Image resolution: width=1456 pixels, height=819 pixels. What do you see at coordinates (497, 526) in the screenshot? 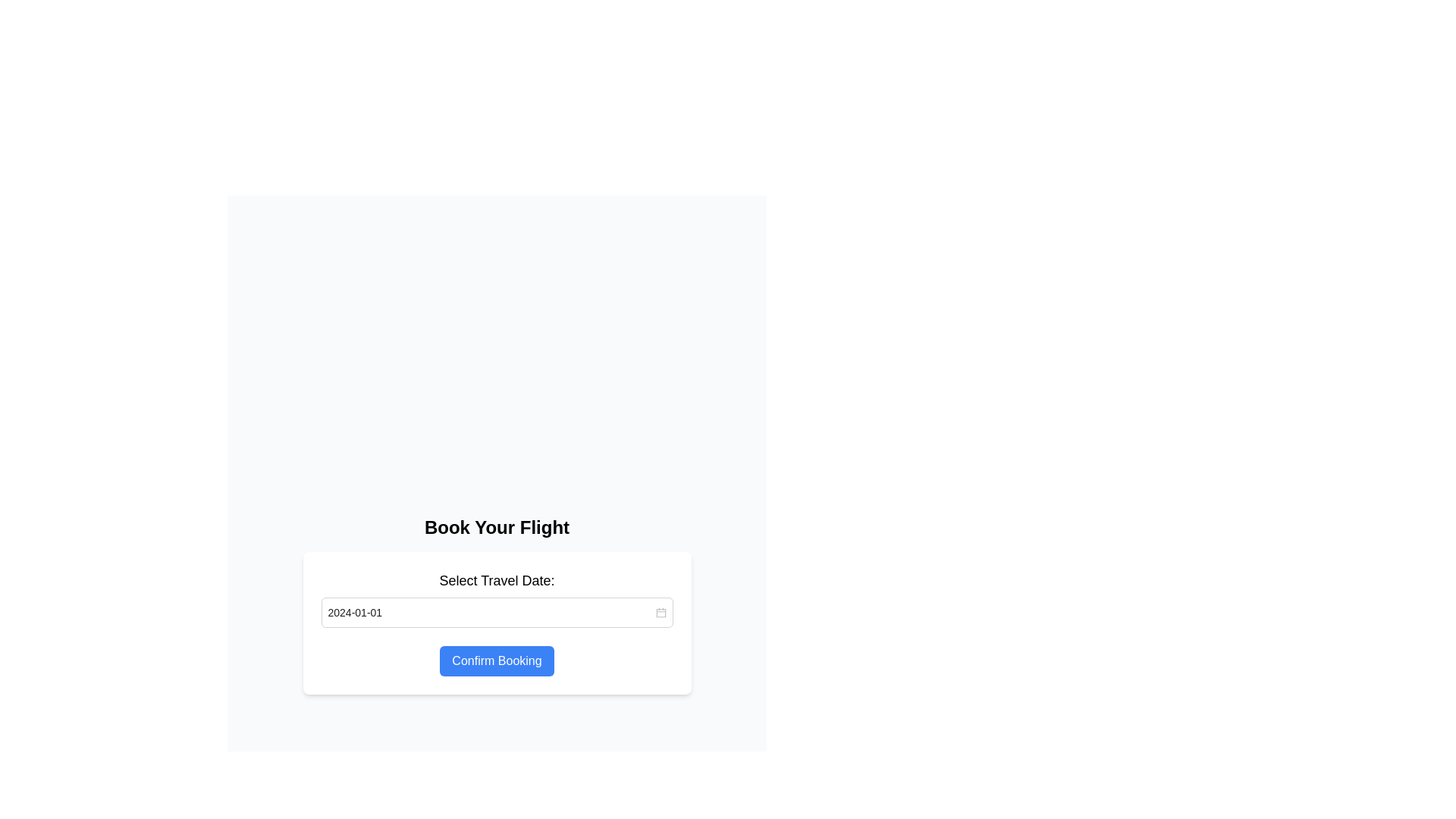
I see `the static text label displaying 'Book Your Flight', which is bold, large, and centered at the top of the form interface` at bounding box center [497, 526].